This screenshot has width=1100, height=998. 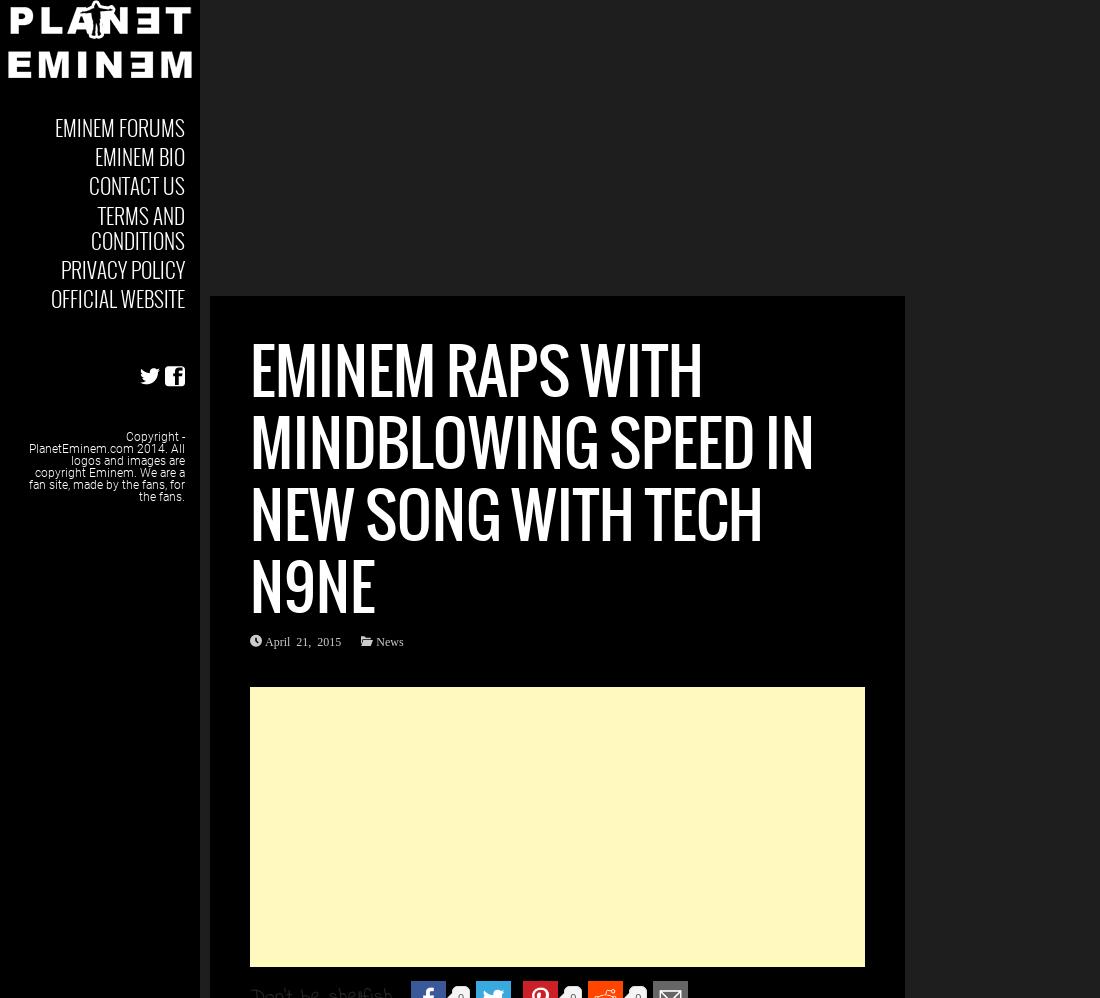 I want to click on 'Privacy Policy', so click(x=122, y=267).